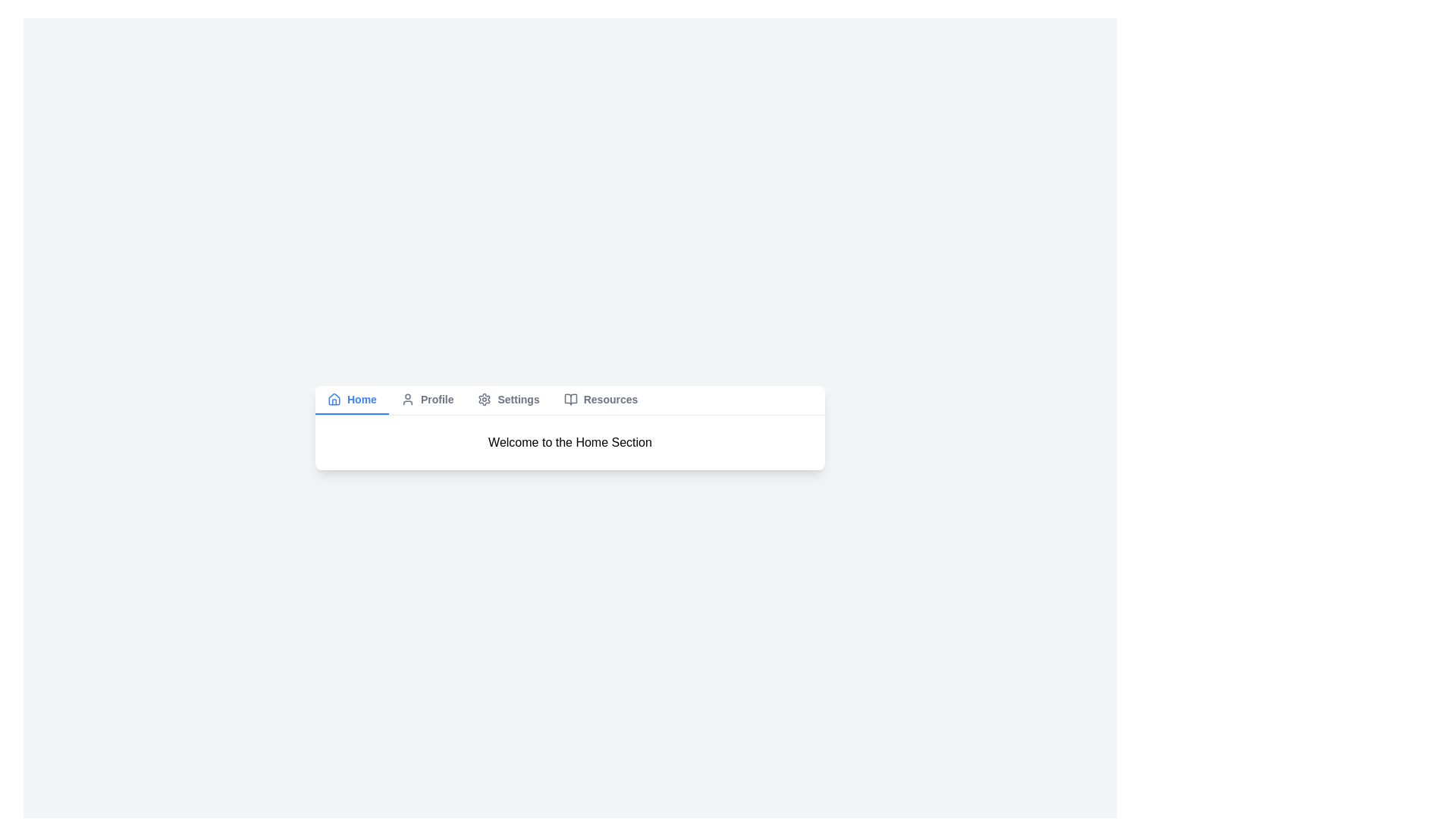 Image resolution: width=1456 pixels, height=819 pixels. What do you see at coordinates (426, 399) in the screenshot?
I see `the 'Profile' navigation link in the horizontal navigation bar` at bounding box center [426, 399].